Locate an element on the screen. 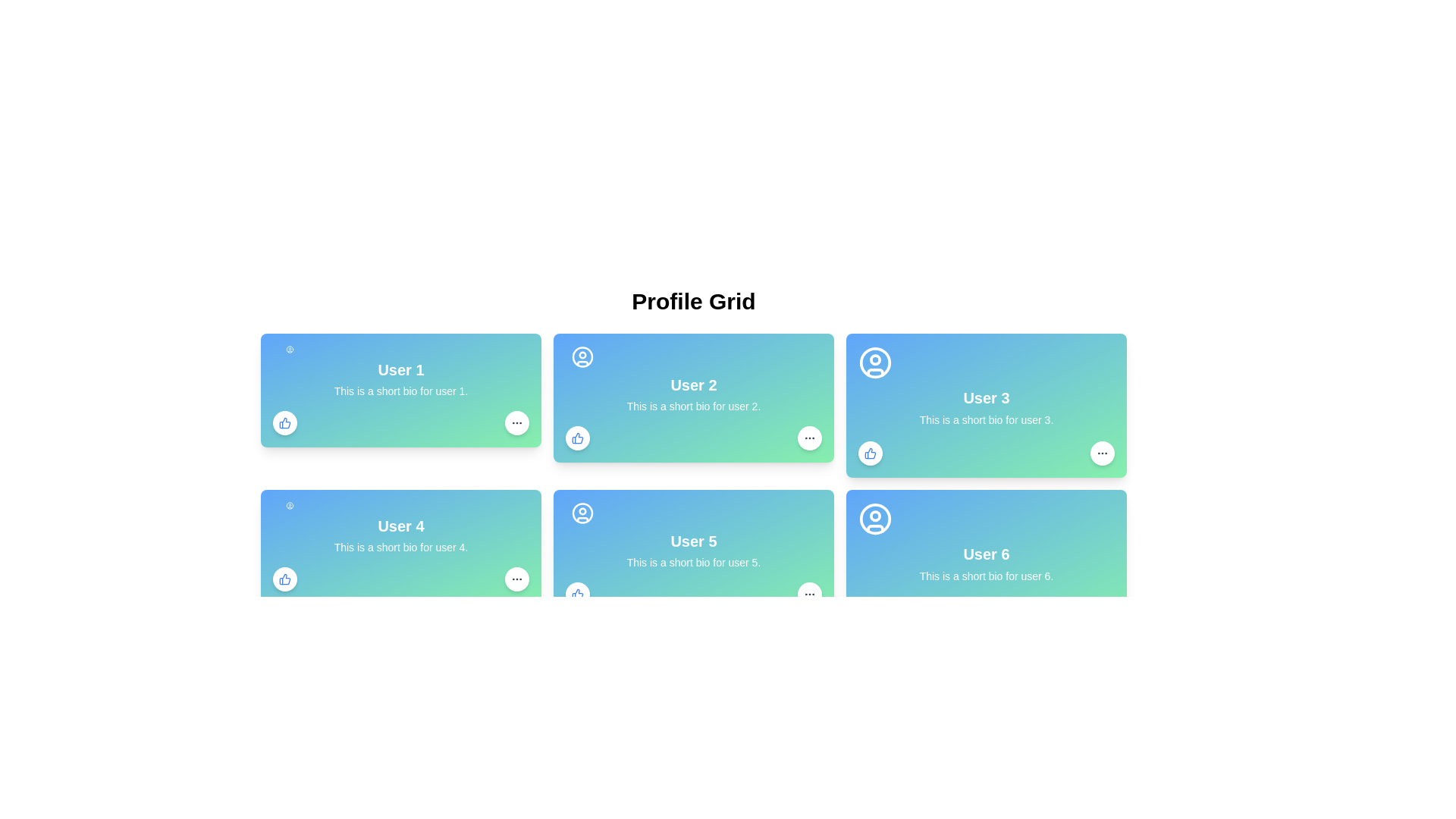 This screenshot has width=1456, height=819. text label that identifies the user associated with the profile card, which is centrally aligned near the top of the sixth card in a 3x2 grid is located at coordinates (986, 553).